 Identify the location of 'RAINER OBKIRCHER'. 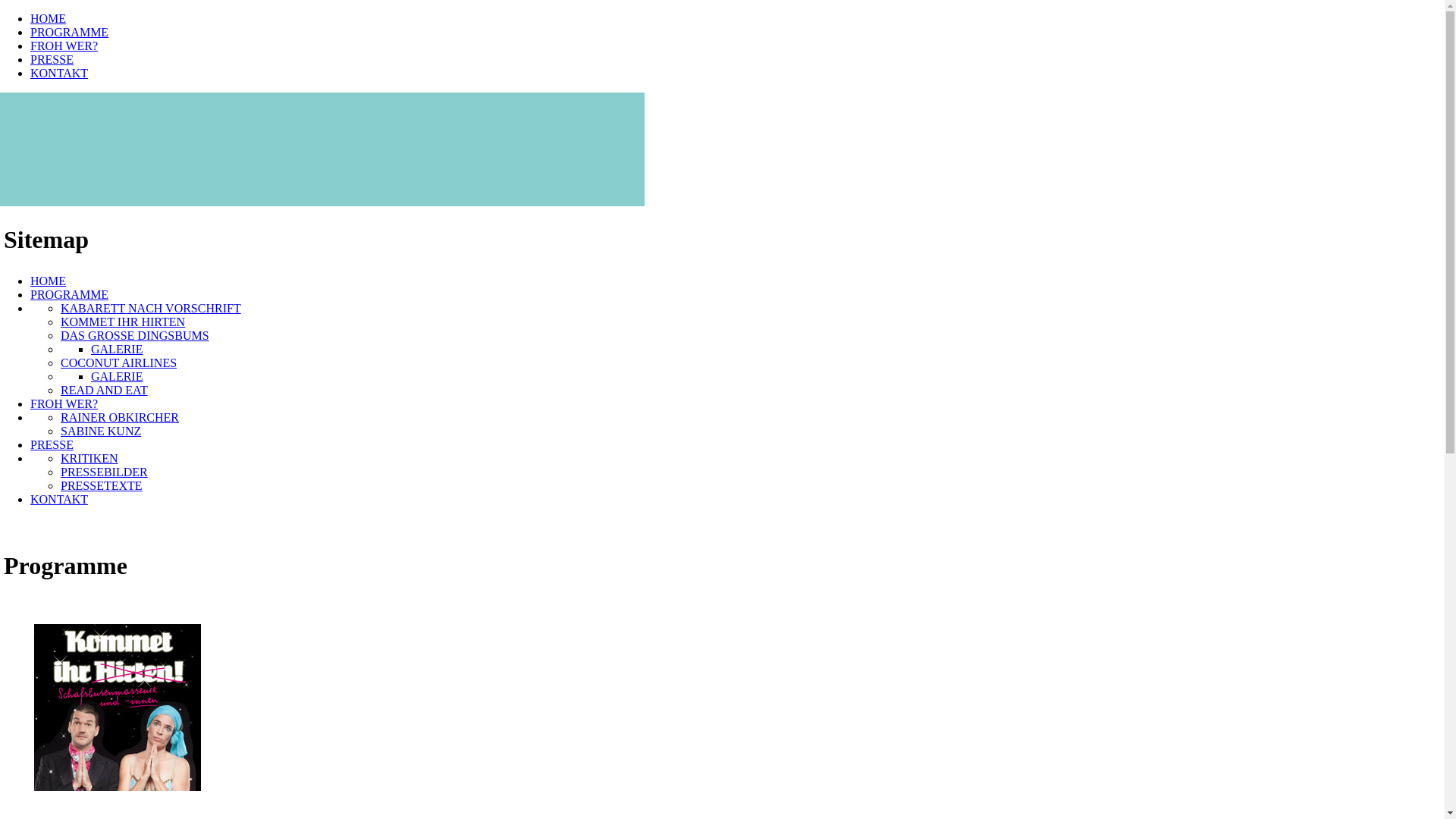
(119, 417).